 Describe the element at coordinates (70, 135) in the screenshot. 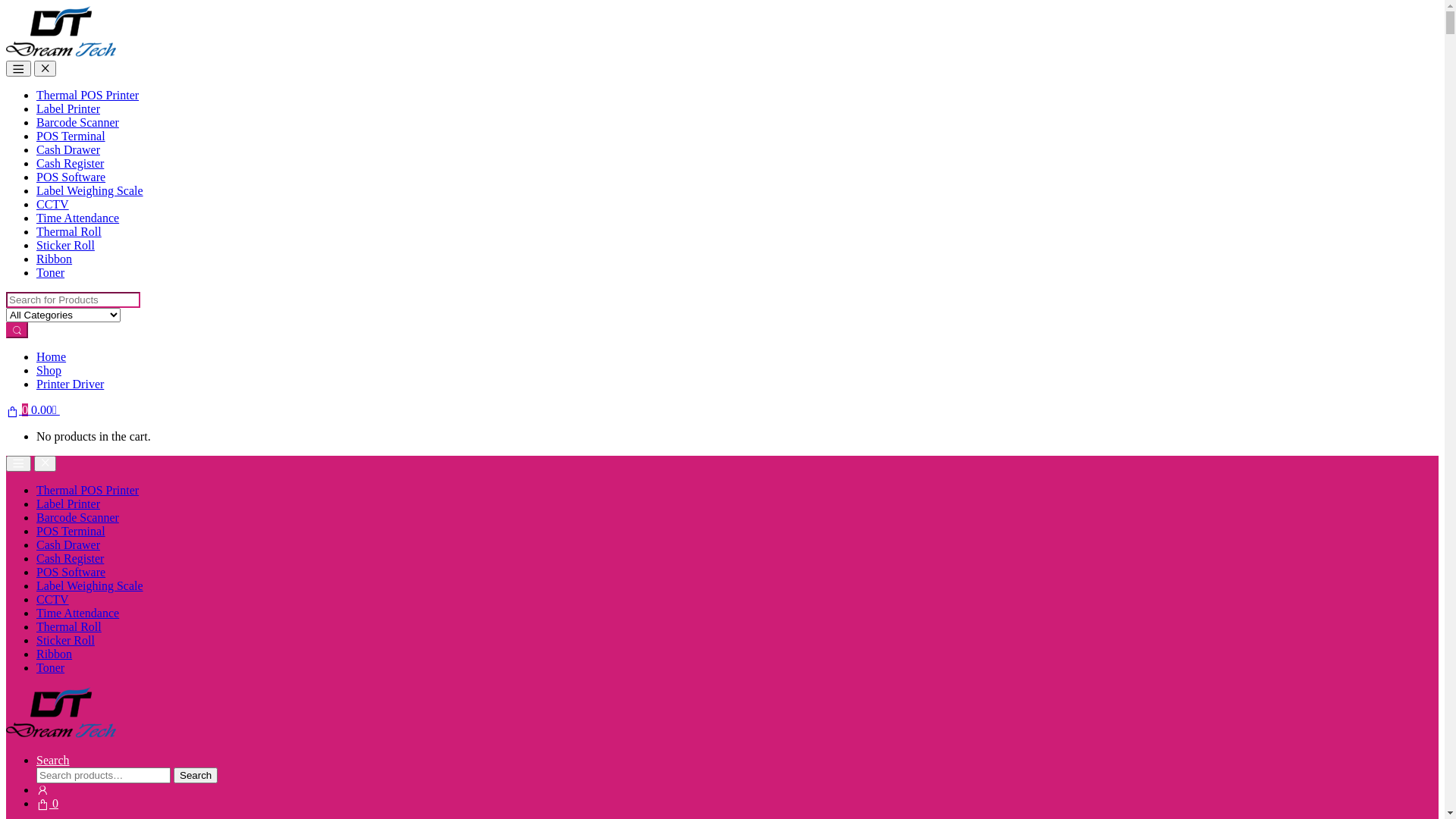

I see `'POS Terminal'` at that location.